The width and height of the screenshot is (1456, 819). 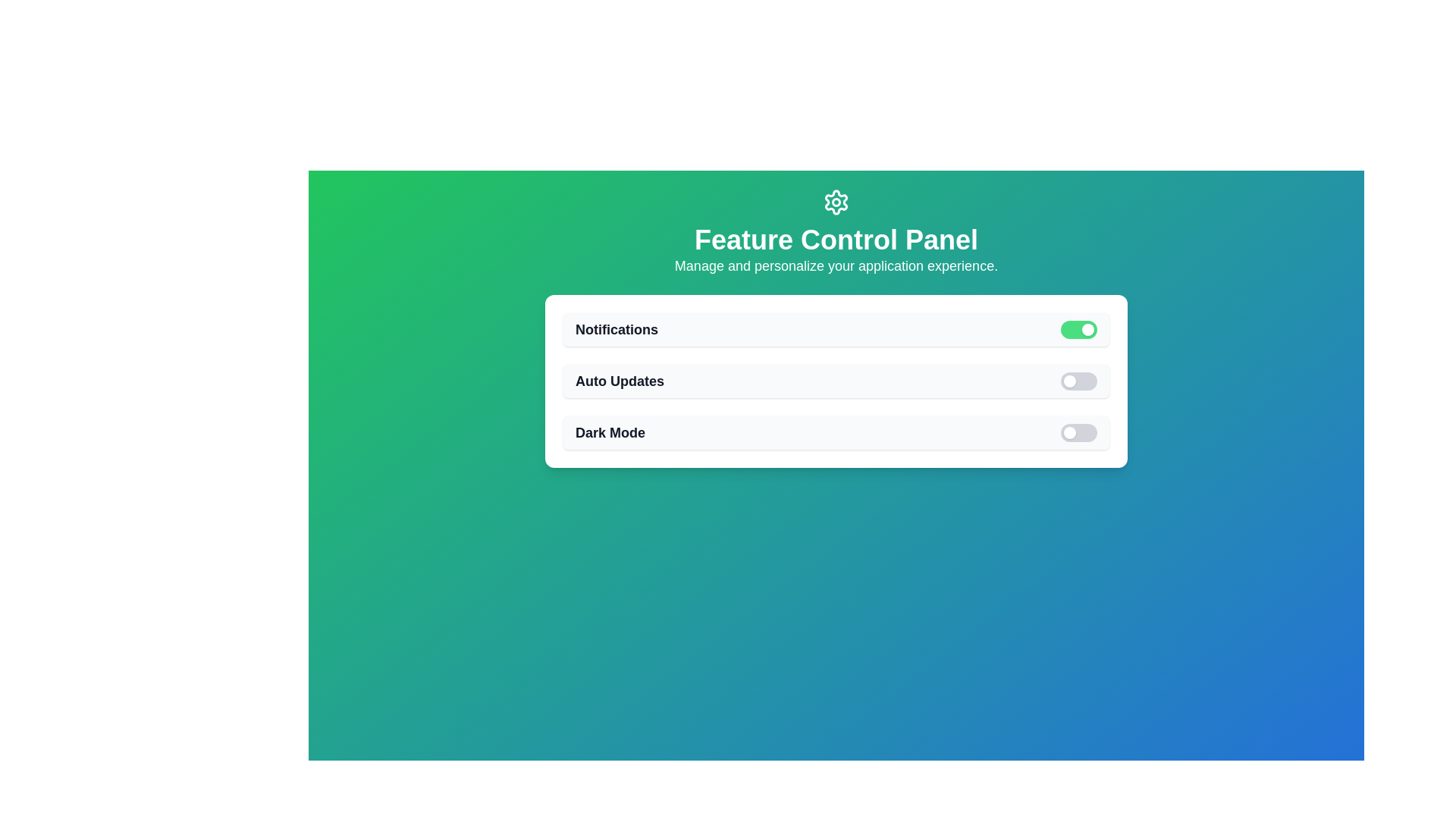 I want to click on the 'Dark Mode' text label which is styled in a large, bold font and serves as the identifier for its associated toggle switch in the control panel interface, so click(x=610, y=432).